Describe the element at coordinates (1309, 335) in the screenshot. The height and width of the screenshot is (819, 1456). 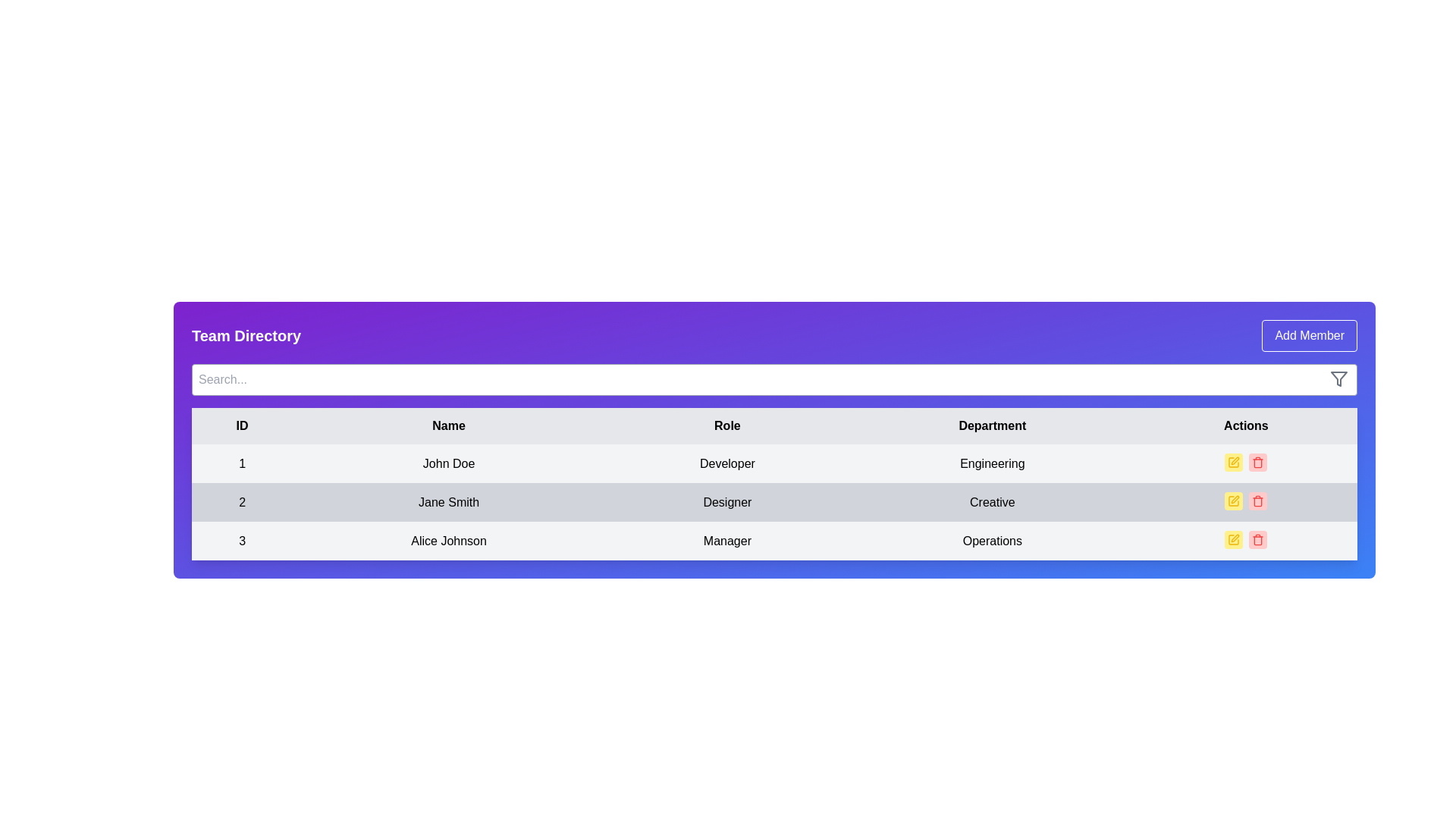
I see `the 'Add Member' button, which is a rectangular button with bold white text on a purple background and a white border, located in the top-right corner of the 'Team Directory' section` at that location.